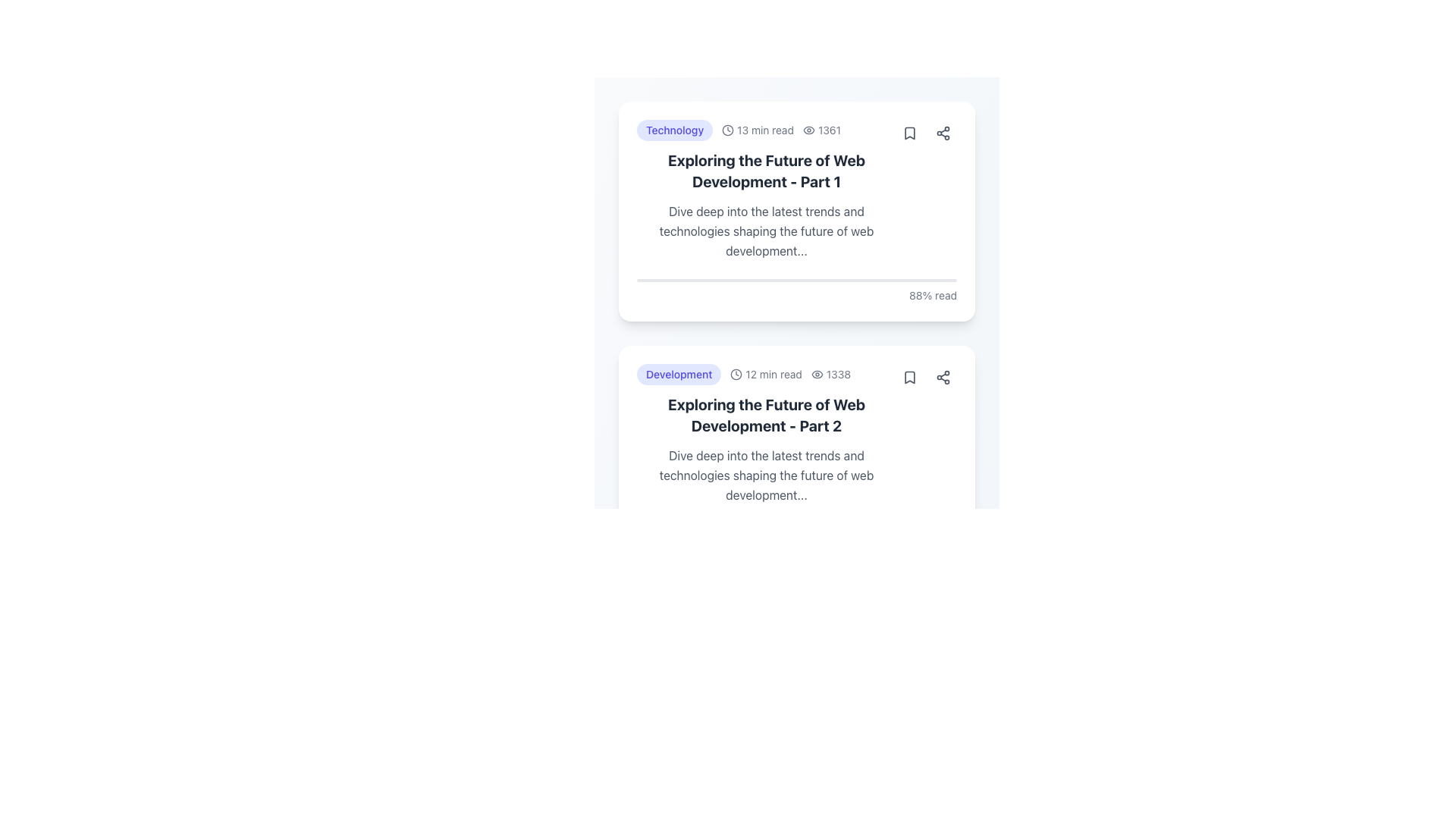 This screenshot has height=819, width=1456. Describe the element at coordinates (808, 130) in the screenshot. I see `the eye-shaped icon, which denotes visibility and is located between the '13 min read' label and the number '1361' within the top article card` at that location.